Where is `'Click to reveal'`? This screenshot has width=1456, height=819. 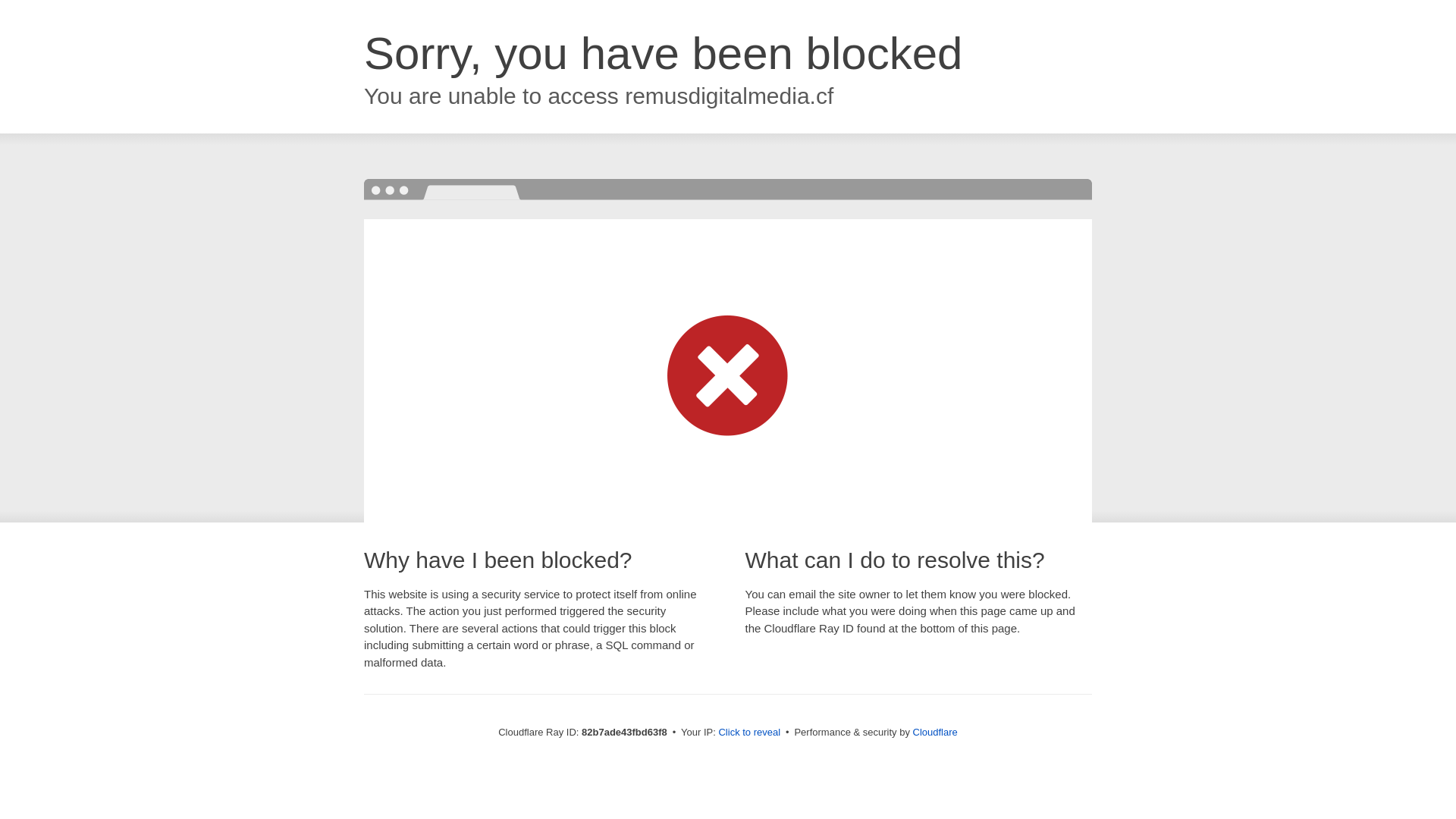 'Click to reveal' is located at coordinates (749, 731).